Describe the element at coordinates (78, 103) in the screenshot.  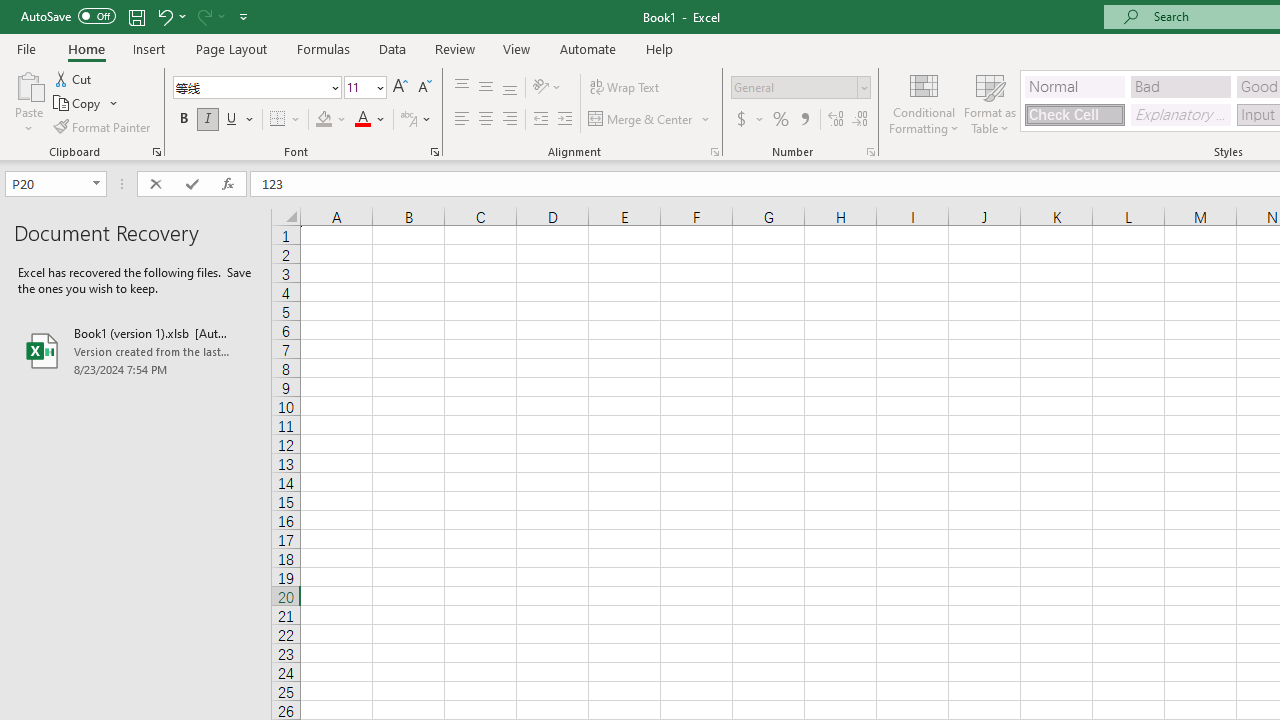
I see `'Copy'` at that location.